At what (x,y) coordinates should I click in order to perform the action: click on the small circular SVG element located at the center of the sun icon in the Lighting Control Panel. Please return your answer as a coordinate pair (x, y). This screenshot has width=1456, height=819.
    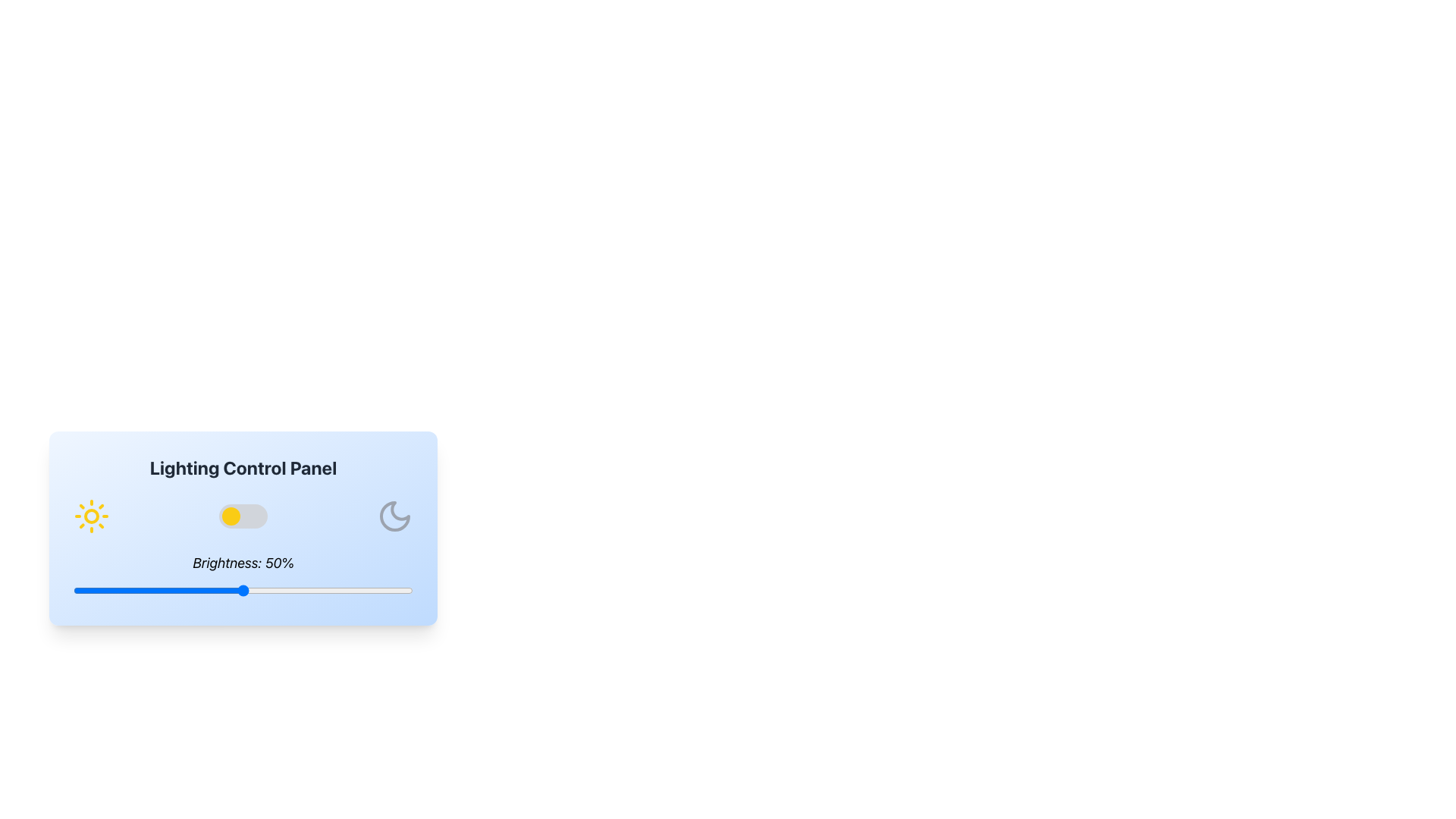
    Looking at the image, I should click on (90, 516).